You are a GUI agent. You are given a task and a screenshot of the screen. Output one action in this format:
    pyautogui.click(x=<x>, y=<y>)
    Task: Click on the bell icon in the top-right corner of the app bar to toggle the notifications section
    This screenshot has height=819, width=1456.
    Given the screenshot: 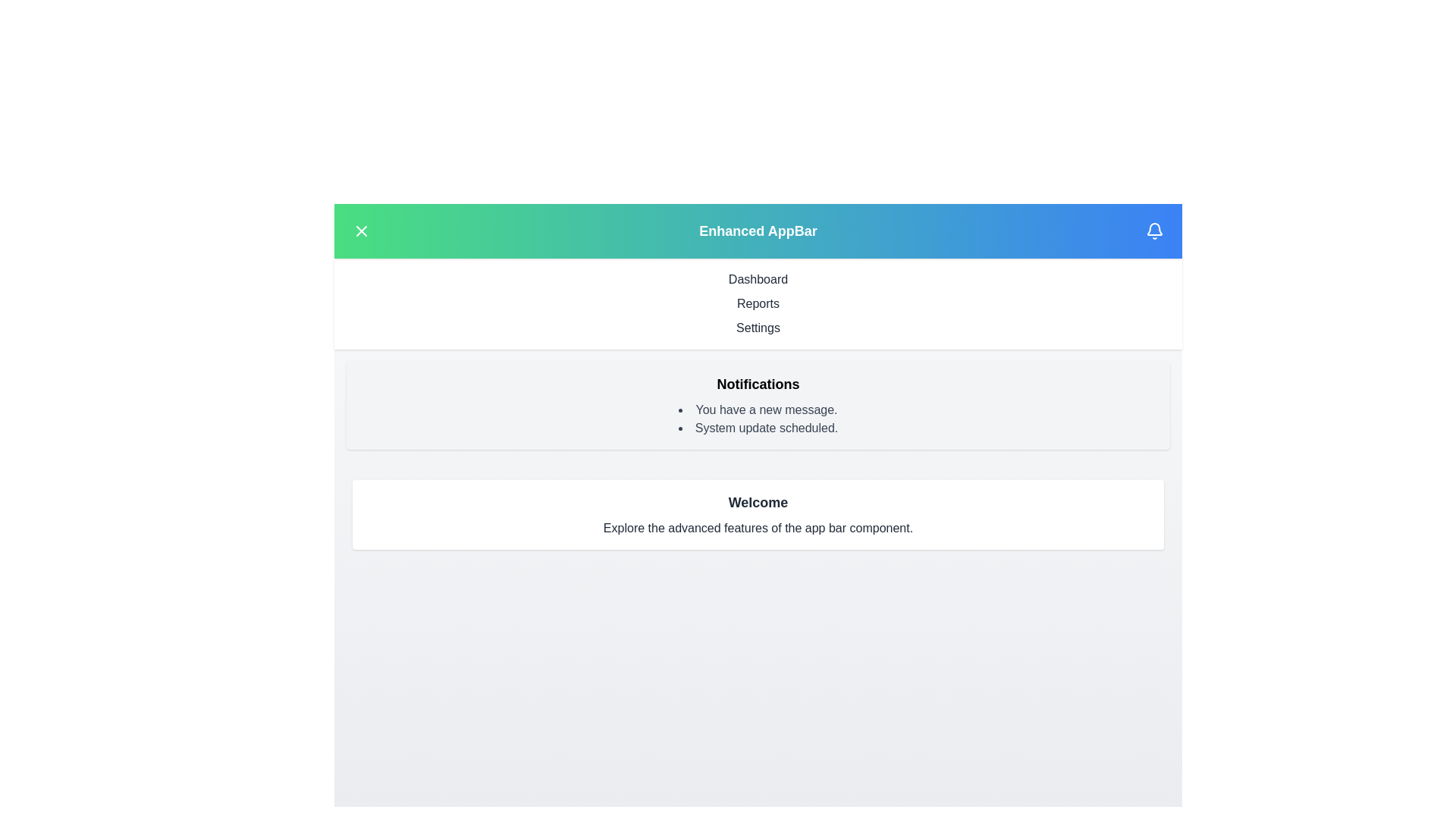 What is the action you would take?
    pyautogui.click(x=1153, y=231)
    